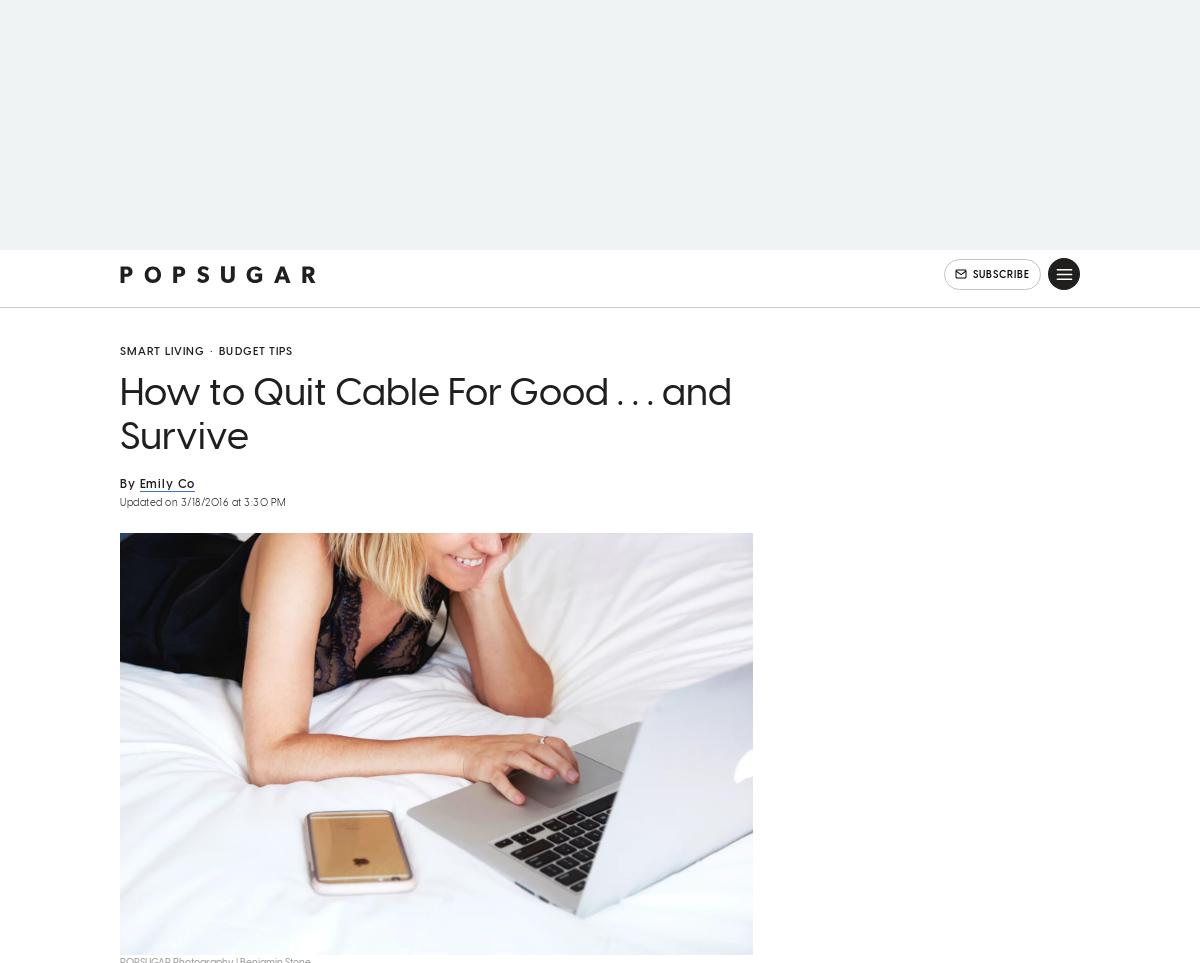 The image size is (1200, 963). What do you see at coordinates (161, 377) in the screenshot?
I see `'Smart Living'` at bounding box center [161, 377].